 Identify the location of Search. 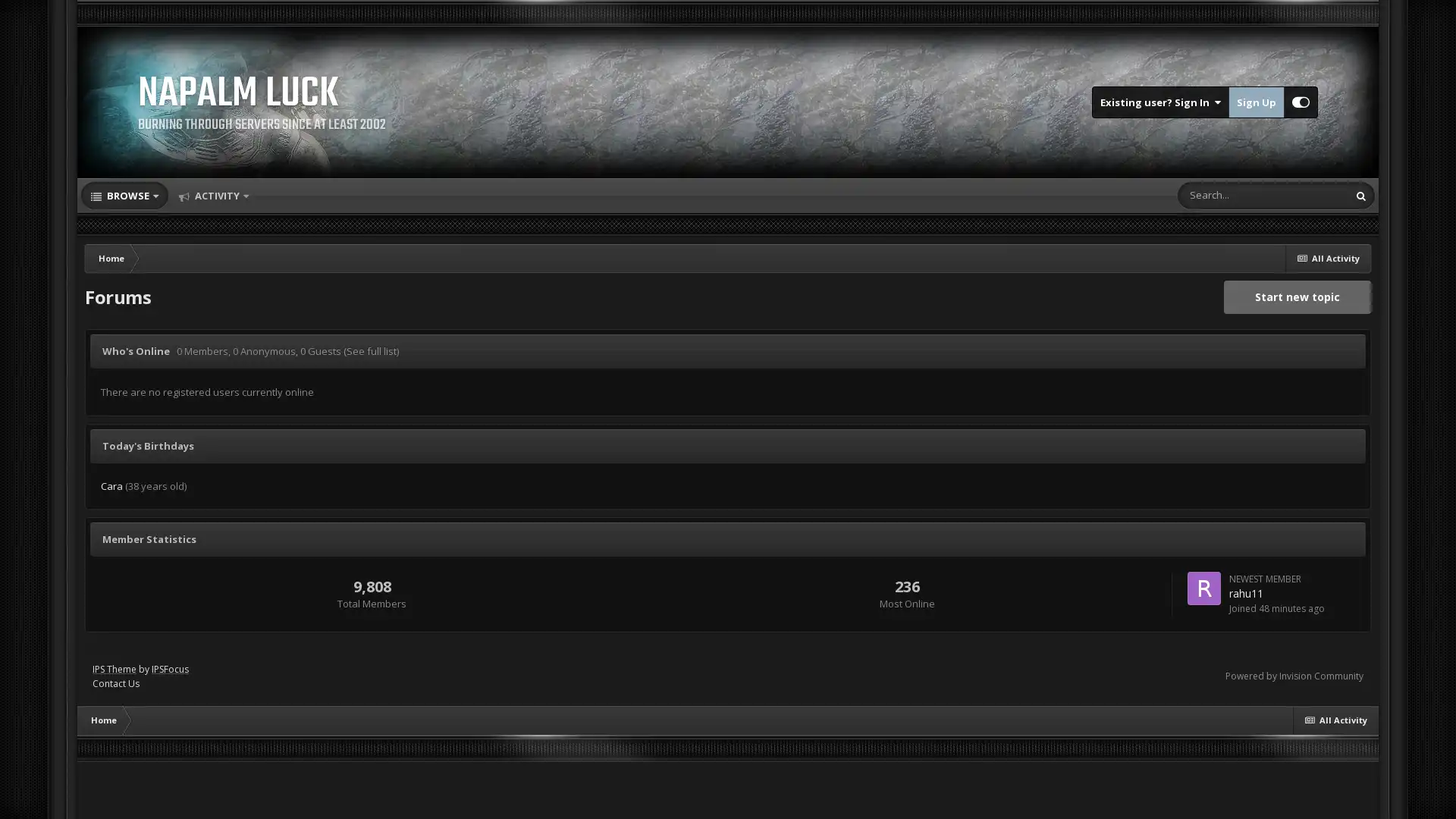
(1361, 195).